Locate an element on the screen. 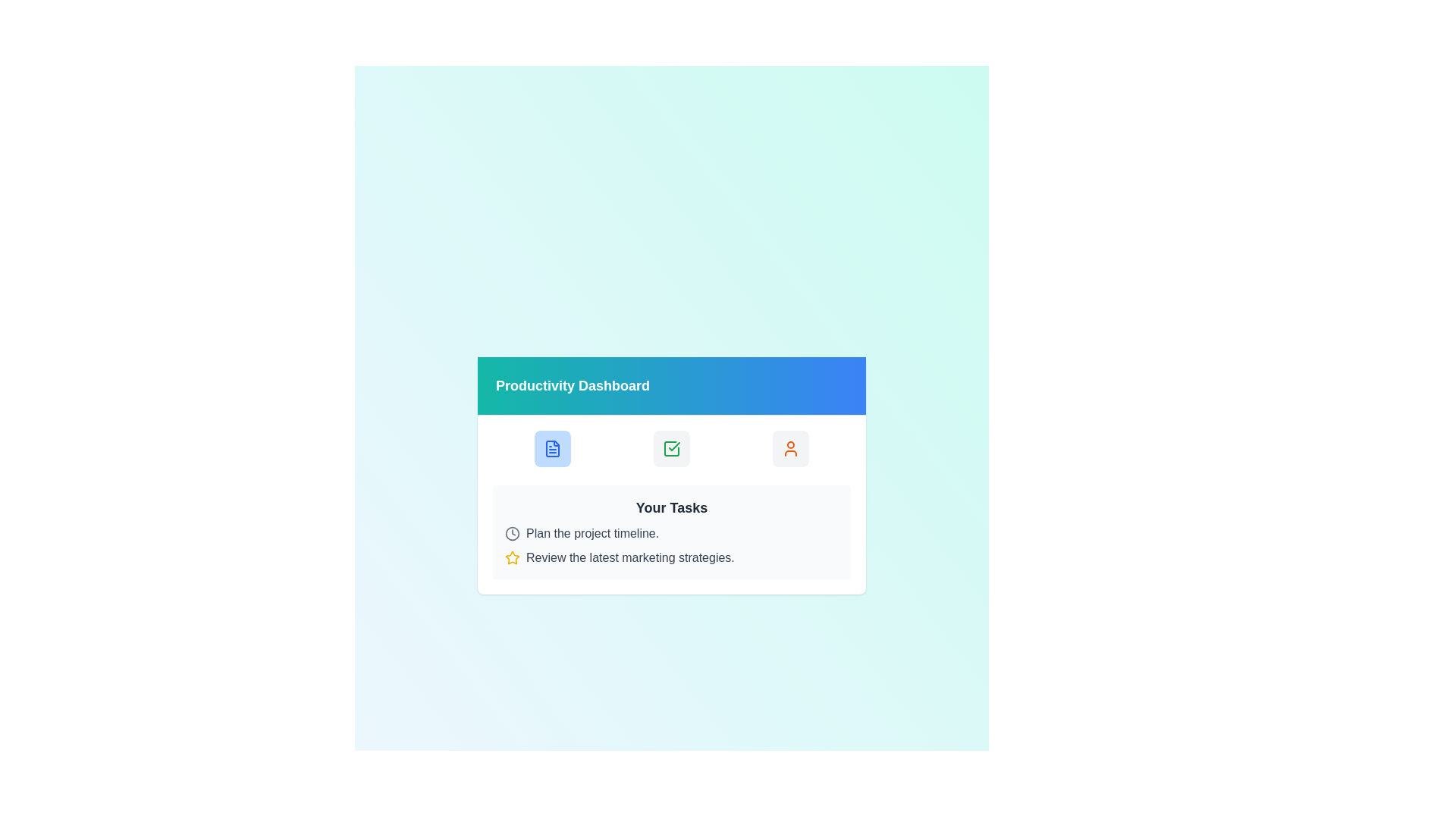 This screenshot has width=1456, height=819. the middle icon, which has a green square outline with a checkmark inside, located under the 'Productivity Dashboard' is located at coordinates (670, 447).